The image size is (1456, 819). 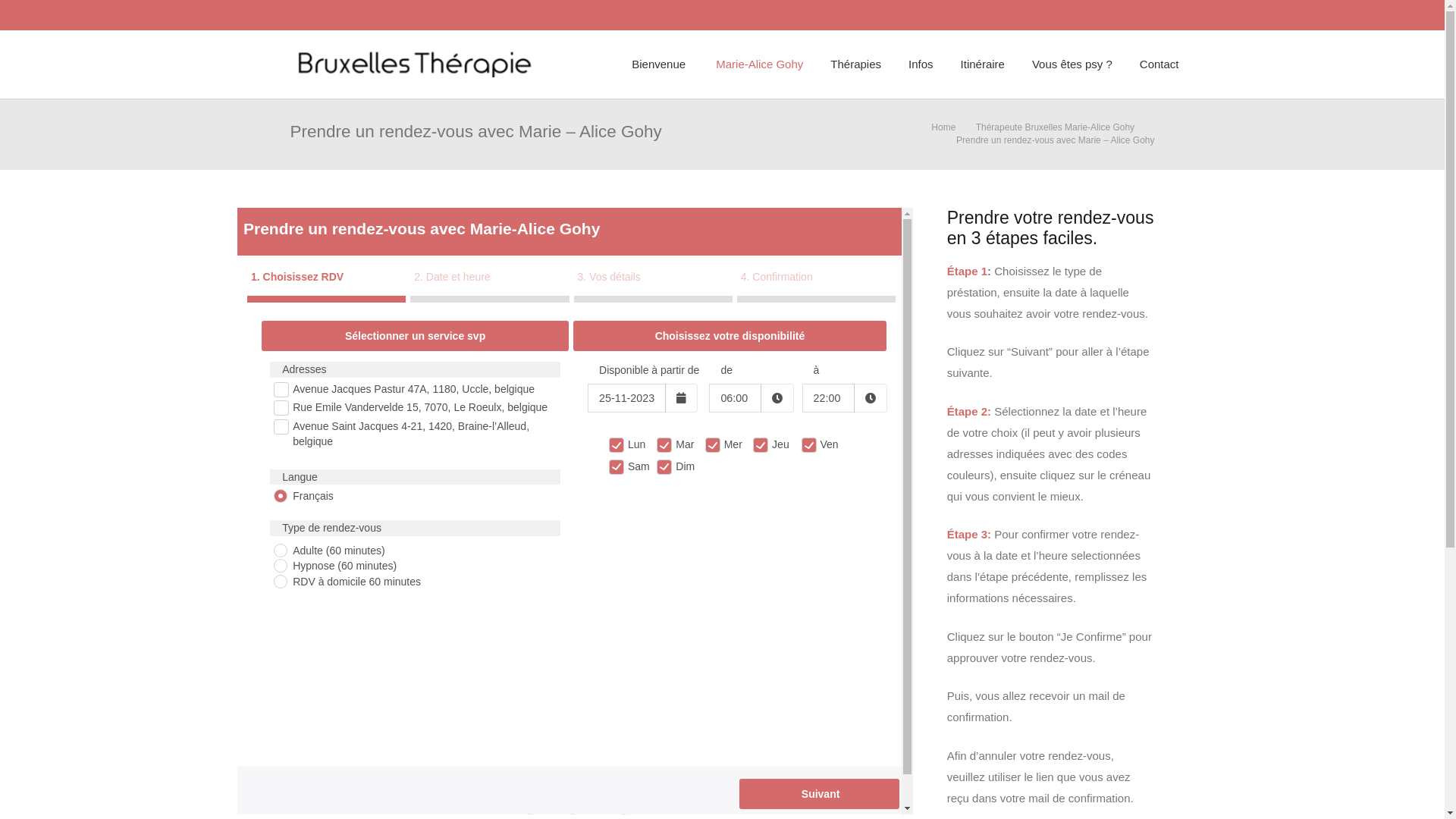 I want to click on 'Infos', so click(x=920, y=63).